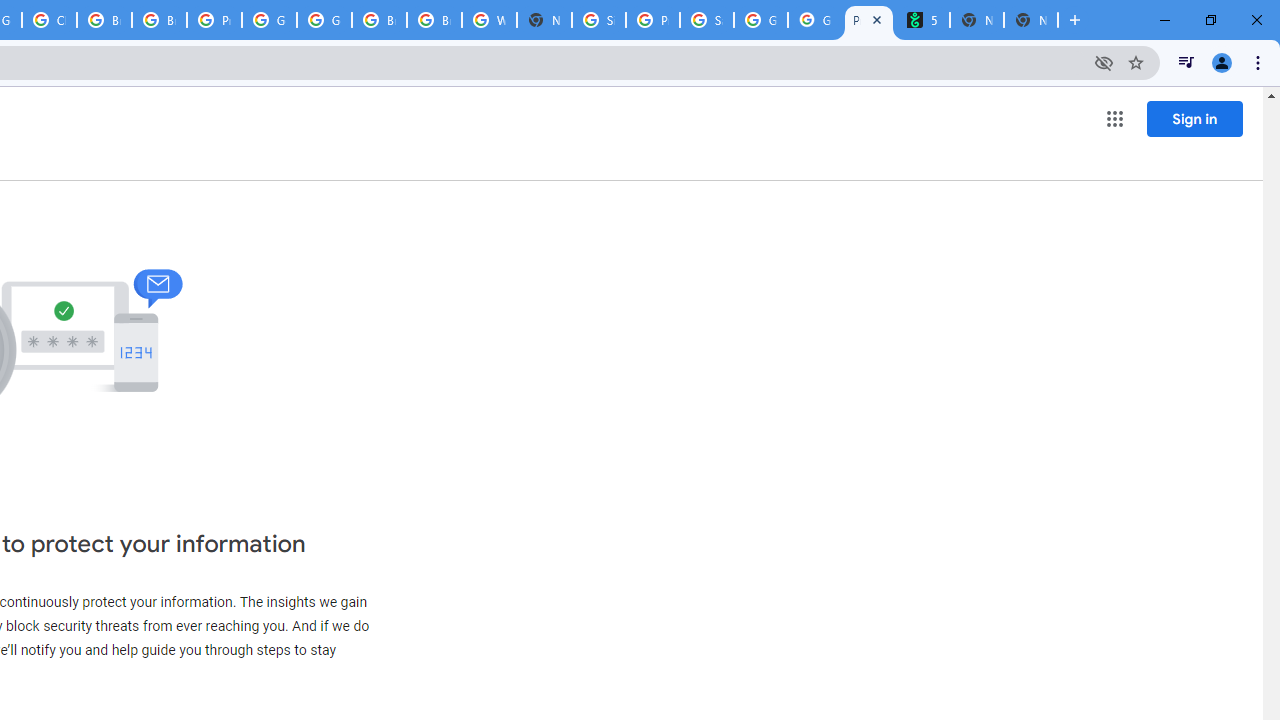 Image resolution: width=1280 pixels, height=720 pixels. Describe the element at coordinates (379, 20) in the screenshot. I see `'Browse Chrome as a guest - Computer - Google Chrome Help'` at that location.